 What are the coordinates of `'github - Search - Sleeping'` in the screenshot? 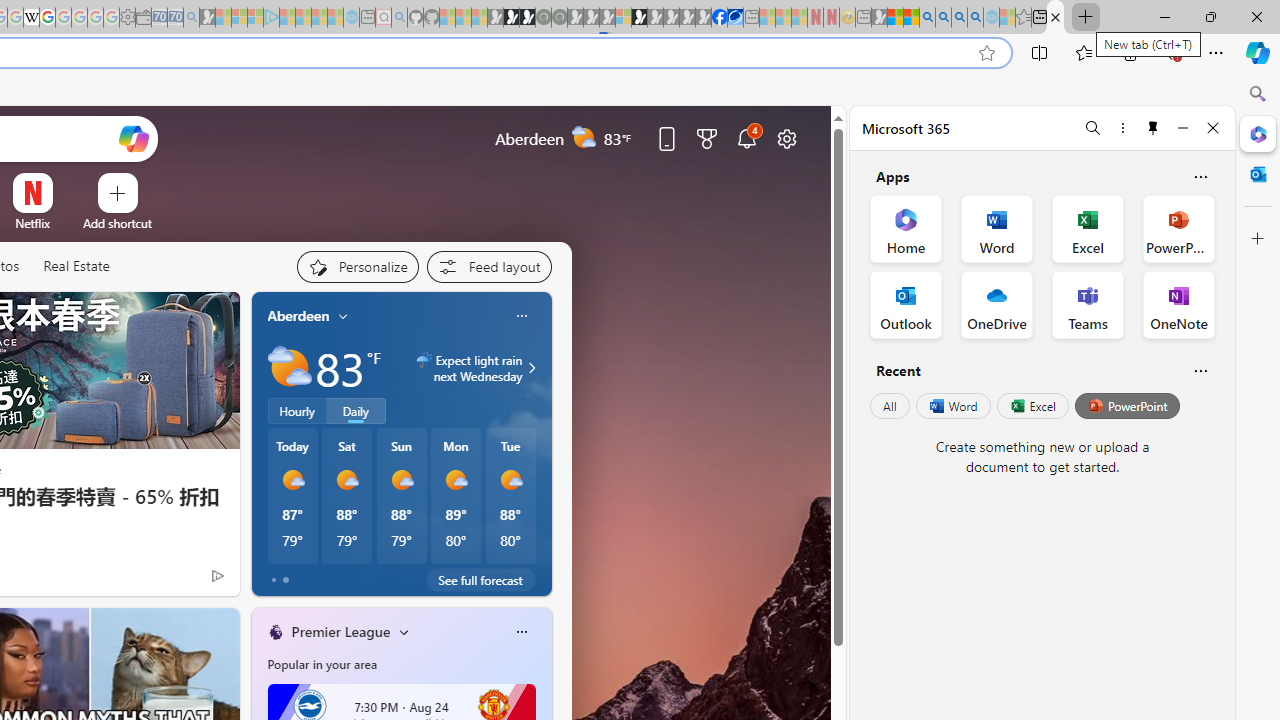 It's located at (399, 17).